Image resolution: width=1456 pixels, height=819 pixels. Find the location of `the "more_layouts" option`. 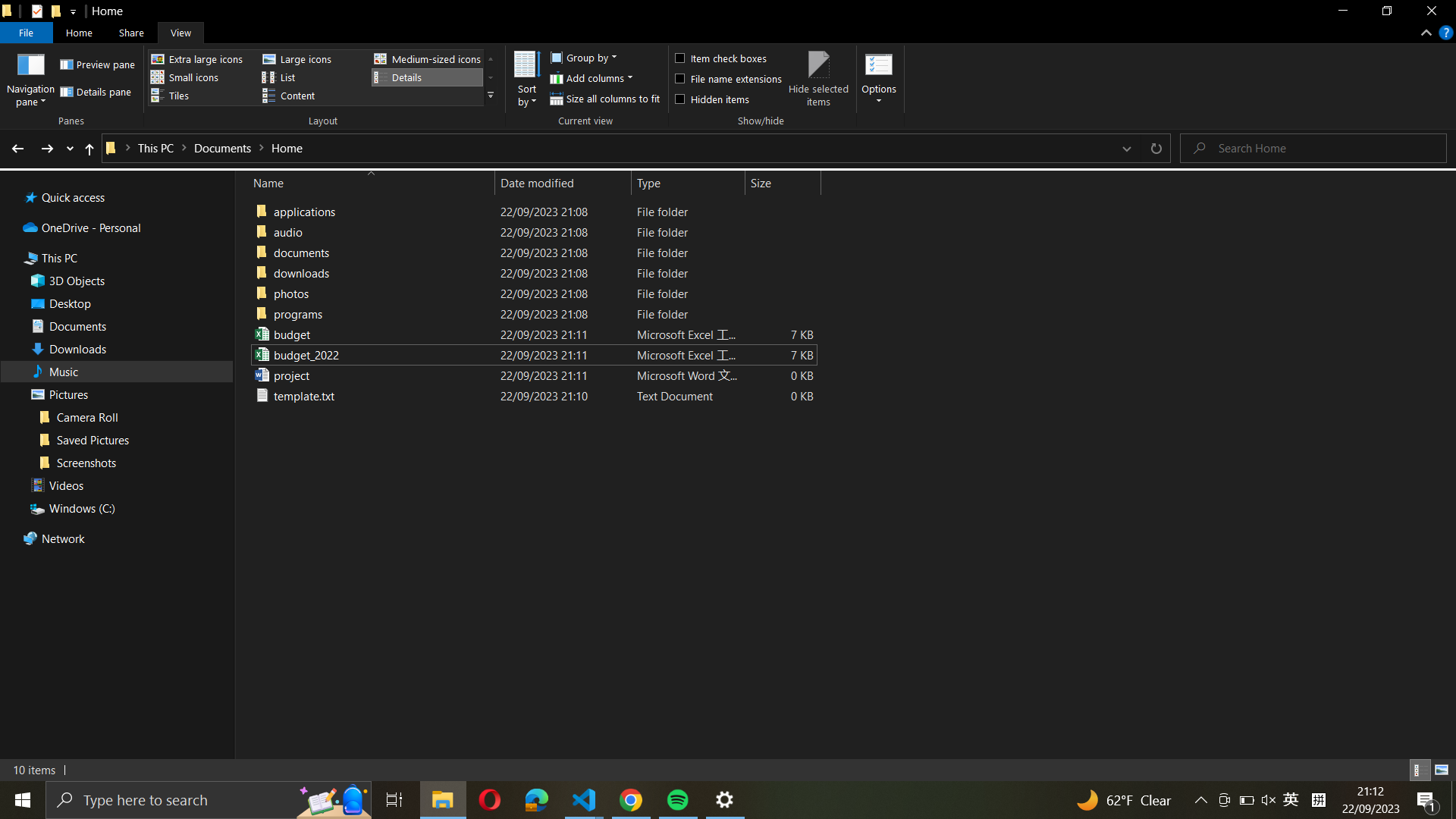

the "more_layouts" option is located at coordinates (491, 95).